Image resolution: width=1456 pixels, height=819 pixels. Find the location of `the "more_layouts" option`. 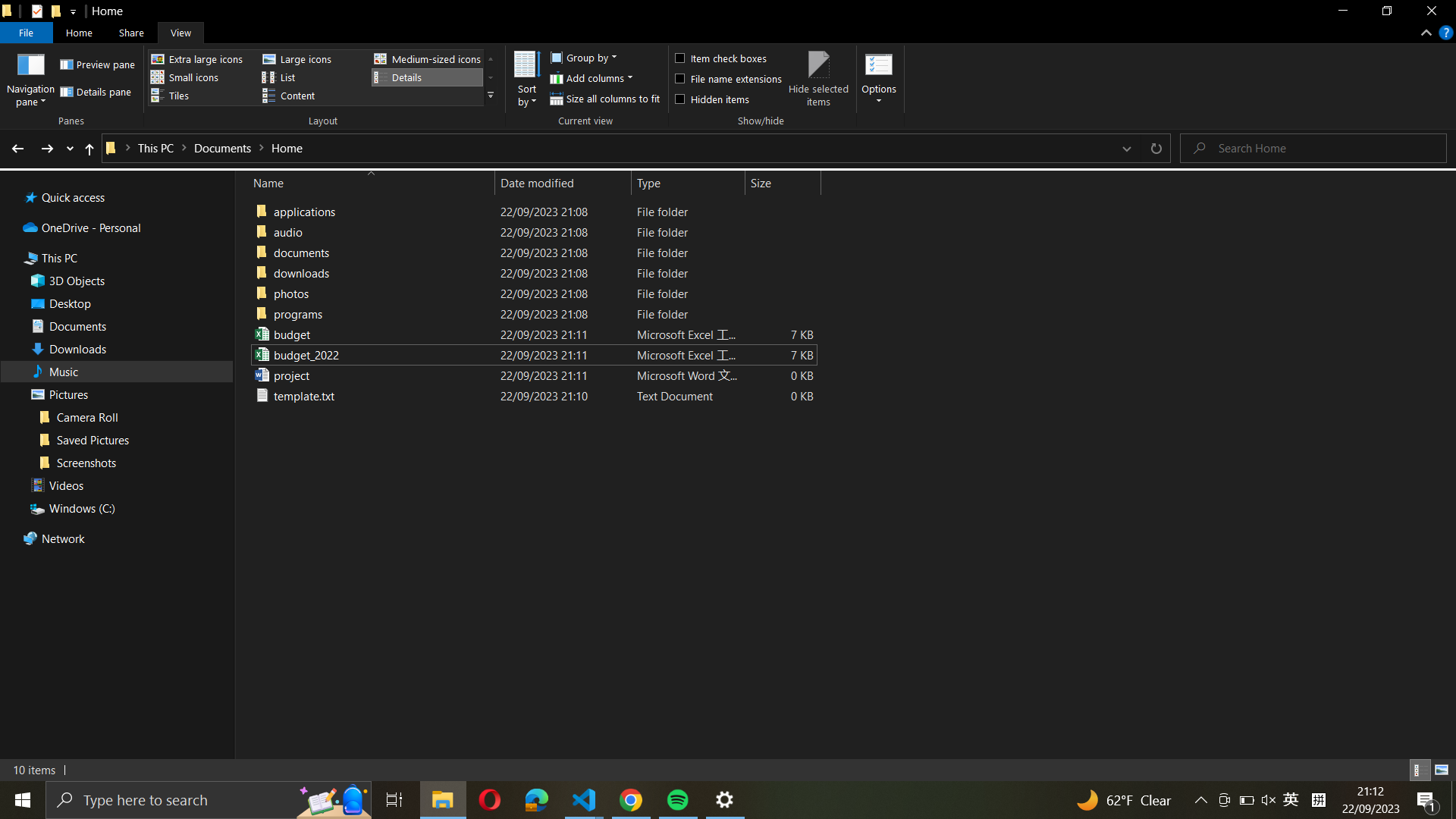

the "more_layouts" option is located at coordinates (491, 95).